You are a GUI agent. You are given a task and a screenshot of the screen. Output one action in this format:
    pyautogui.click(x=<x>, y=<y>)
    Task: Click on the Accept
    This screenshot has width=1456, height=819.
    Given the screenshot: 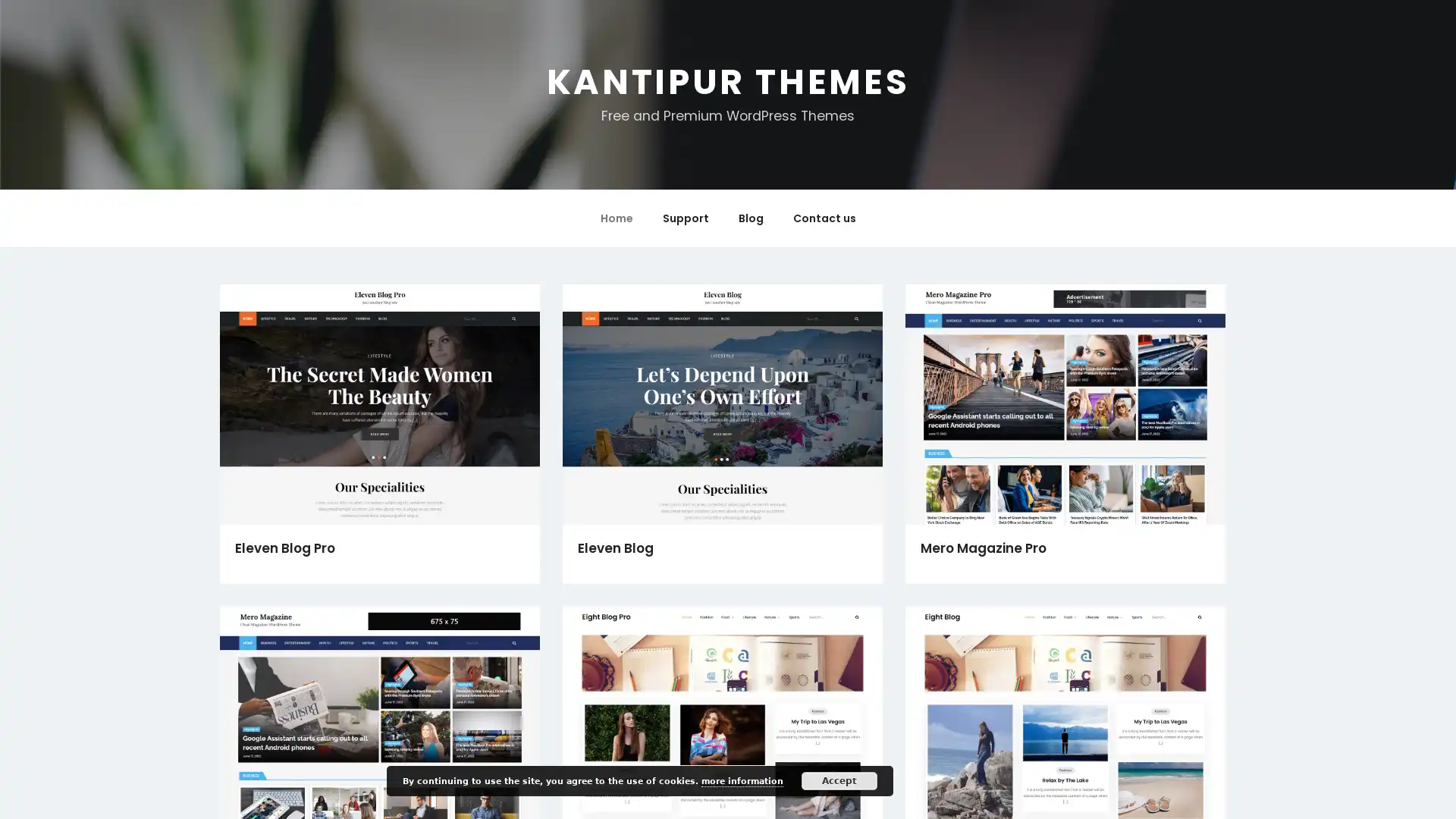 What is the action you would take?
    pyautogui.click(x=839, y=780)
    